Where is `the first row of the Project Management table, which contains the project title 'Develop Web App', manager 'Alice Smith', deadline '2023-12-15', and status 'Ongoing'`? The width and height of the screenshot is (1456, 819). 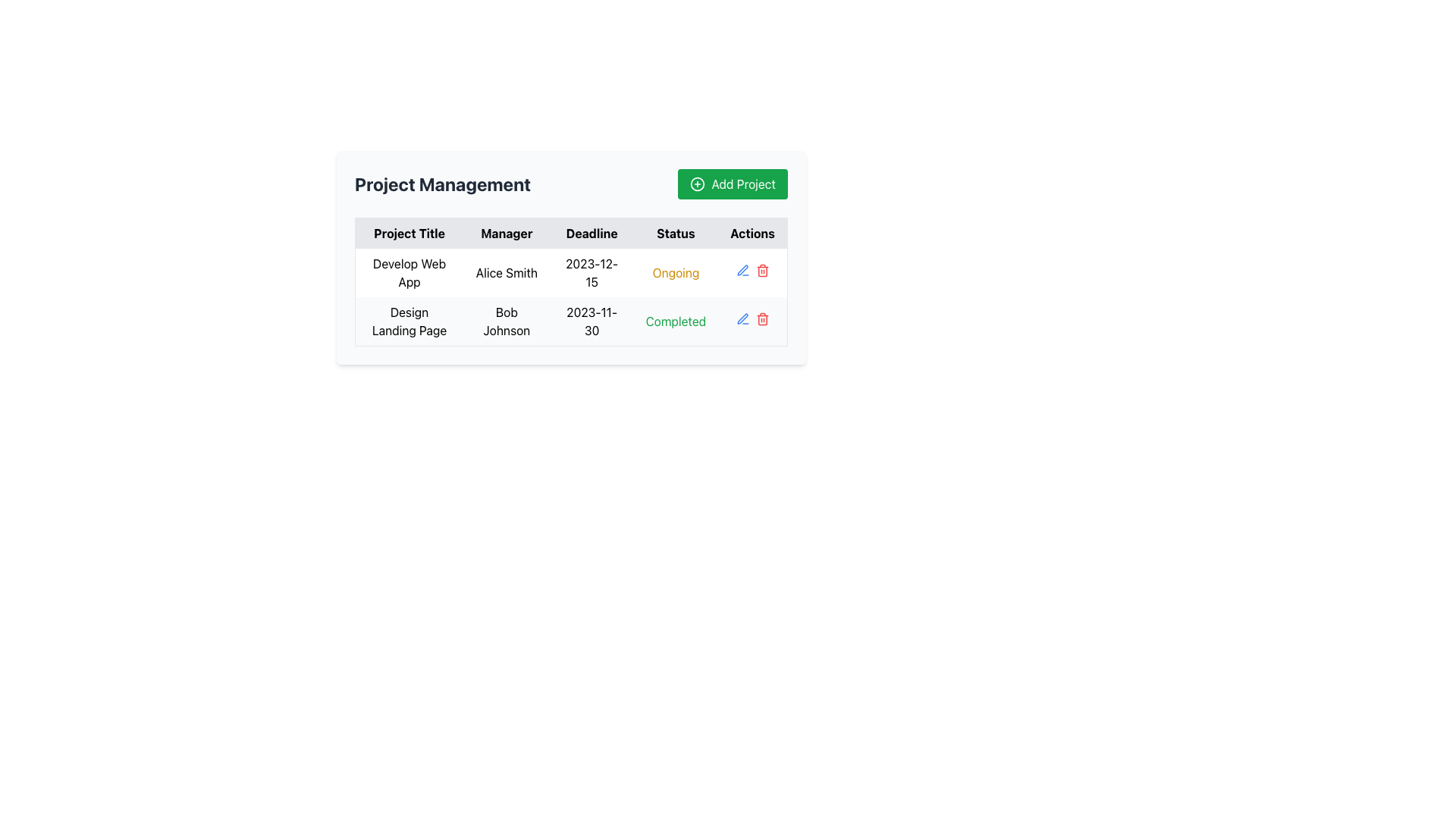 the first row of the Project Management table, which contains the project title 'Develop Web App', manager 'Alice Smith', deadline '2023-12-15', and status 'Ongoing' is located at coordinates (570, 271).